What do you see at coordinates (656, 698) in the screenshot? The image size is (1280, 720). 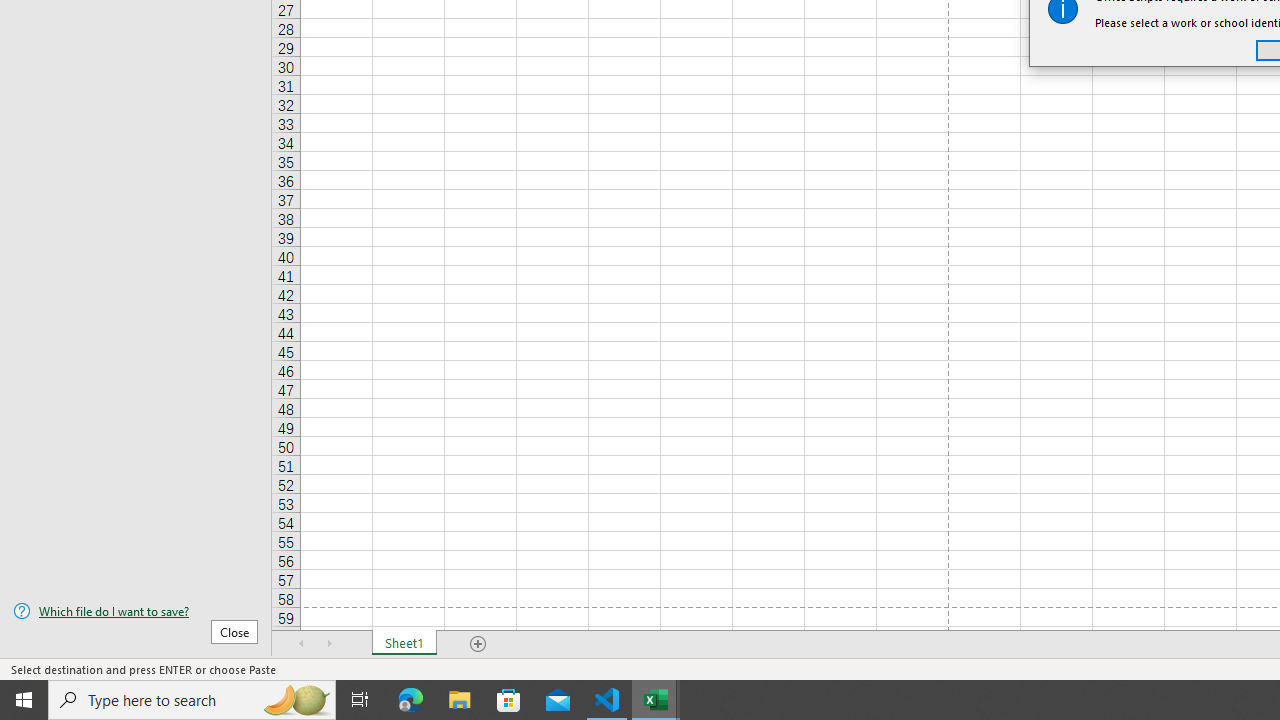 I see `'Excel - 2 running windows'` at bounding box center [656, 698].